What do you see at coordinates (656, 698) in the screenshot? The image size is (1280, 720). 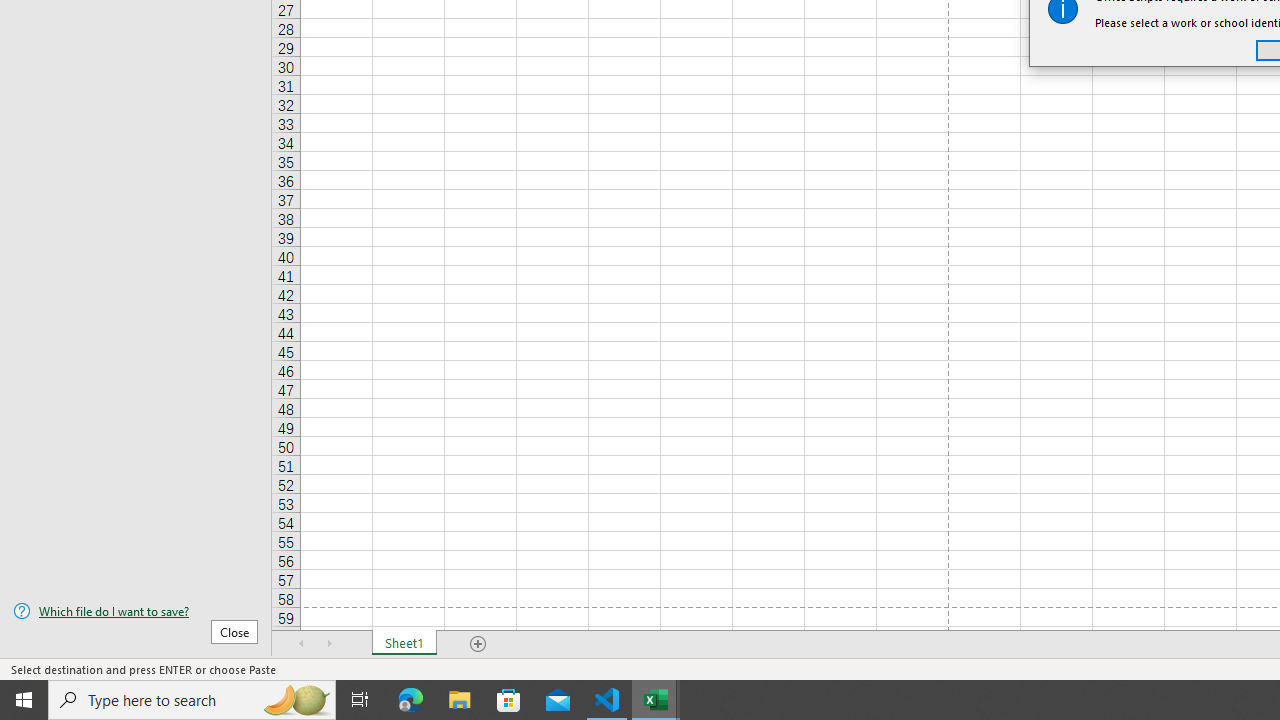 I see `'Excel - 2 running windows'` at bounding box center [656, 698].